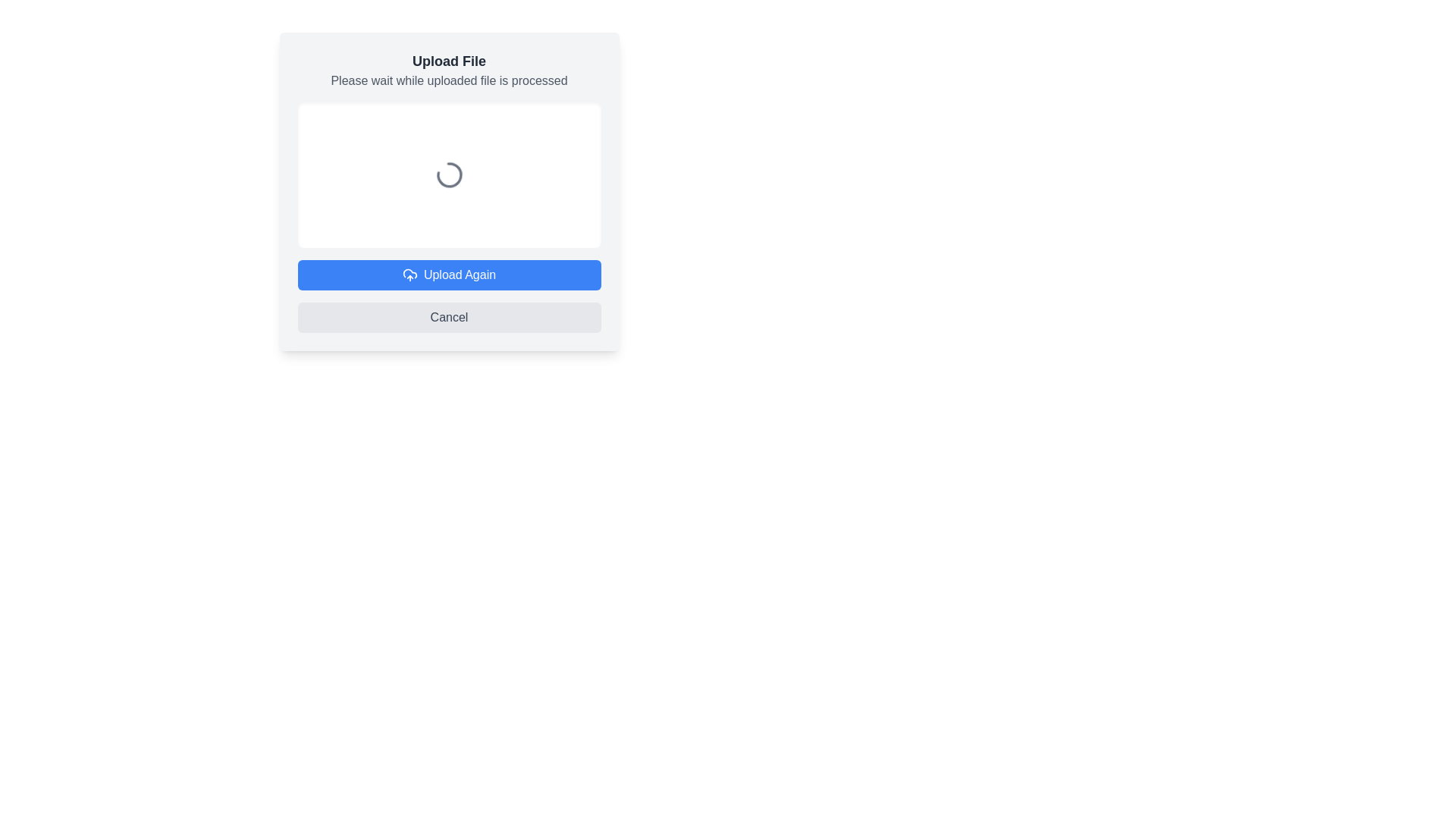 Image resolution: width=1456 pixels, height=819 pixels. I want to click on the Loading Spinner, which is a gray spinning circle located within a white rectangular box, centered below the 'Upload File' title and instructional text, so click(448, 191).